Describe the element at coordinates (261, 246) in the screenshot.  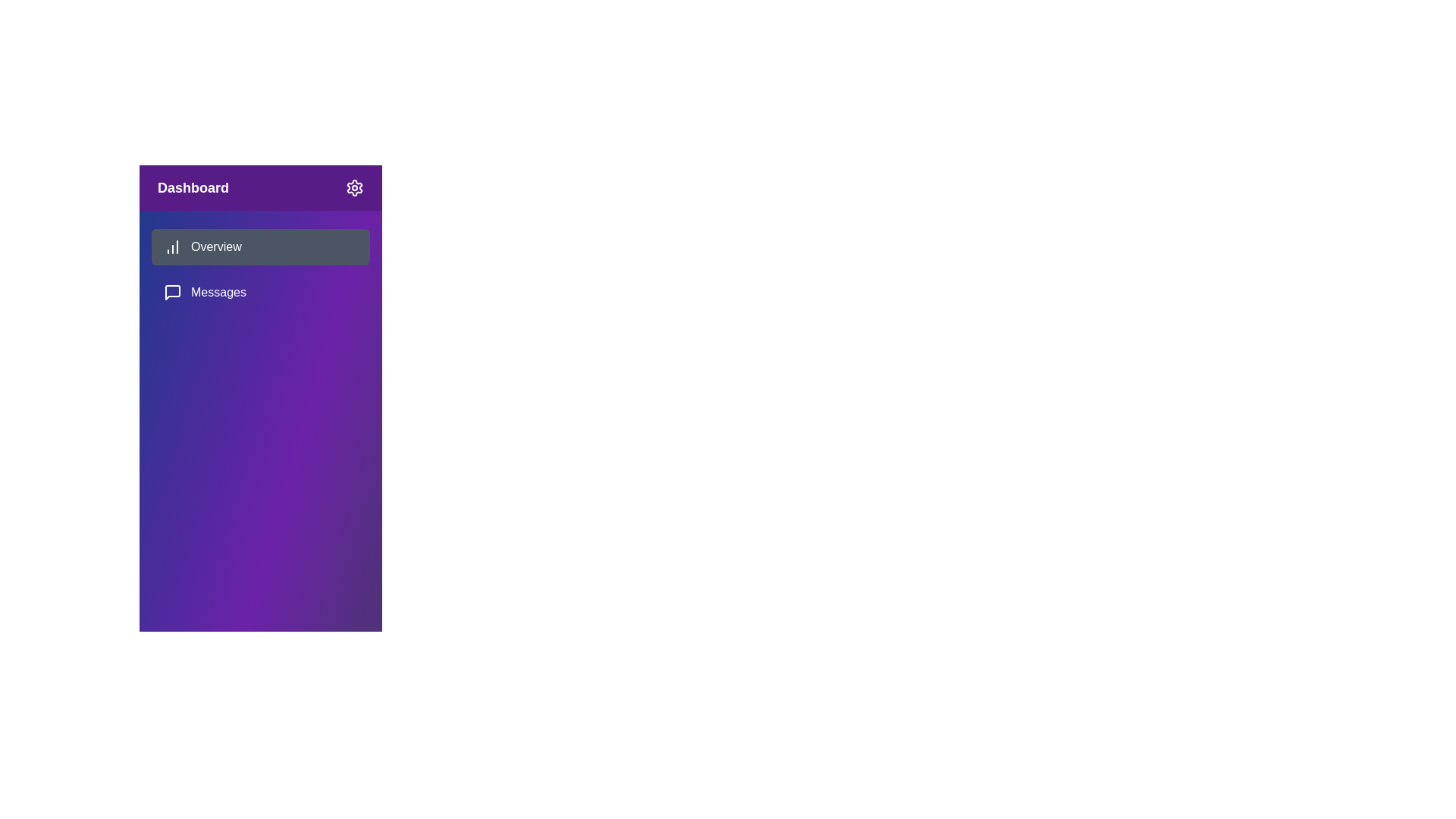
I see `the menu item Overview to observe the hover effect` at that location.